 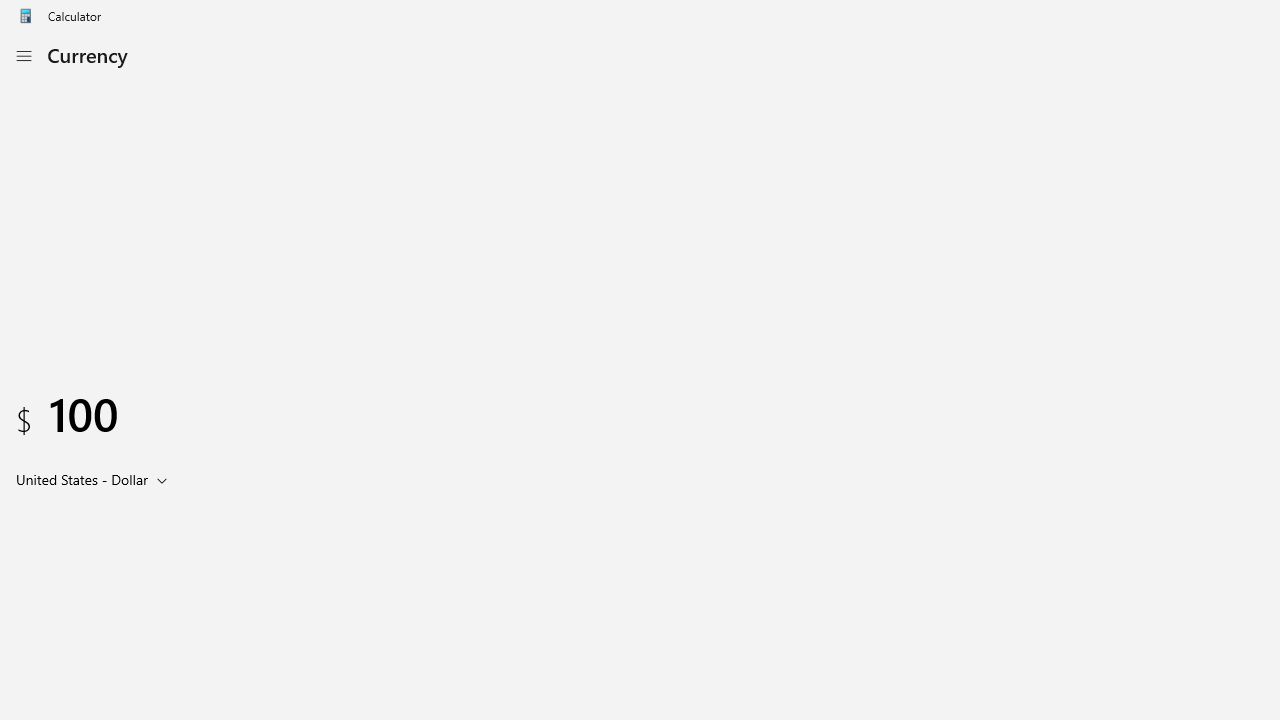 What do you see at coordinates (23, 55) in the screenshot?
I see `'Open Navigation'` at bounding box center [23, 55].